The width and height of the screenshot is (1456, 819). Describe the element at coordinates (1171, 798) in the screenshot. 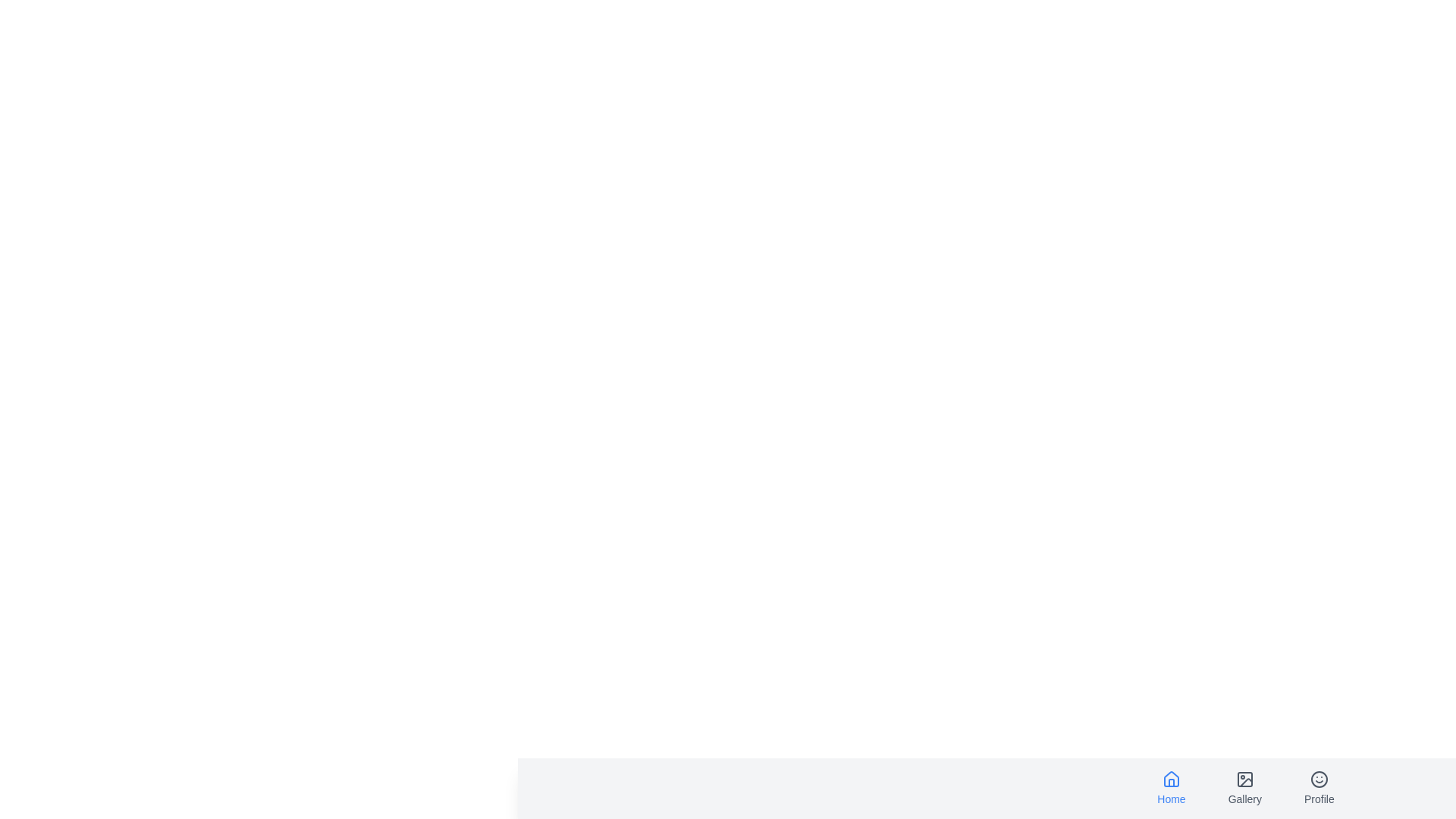

I see `the text label Home of the navigation item` at that location.